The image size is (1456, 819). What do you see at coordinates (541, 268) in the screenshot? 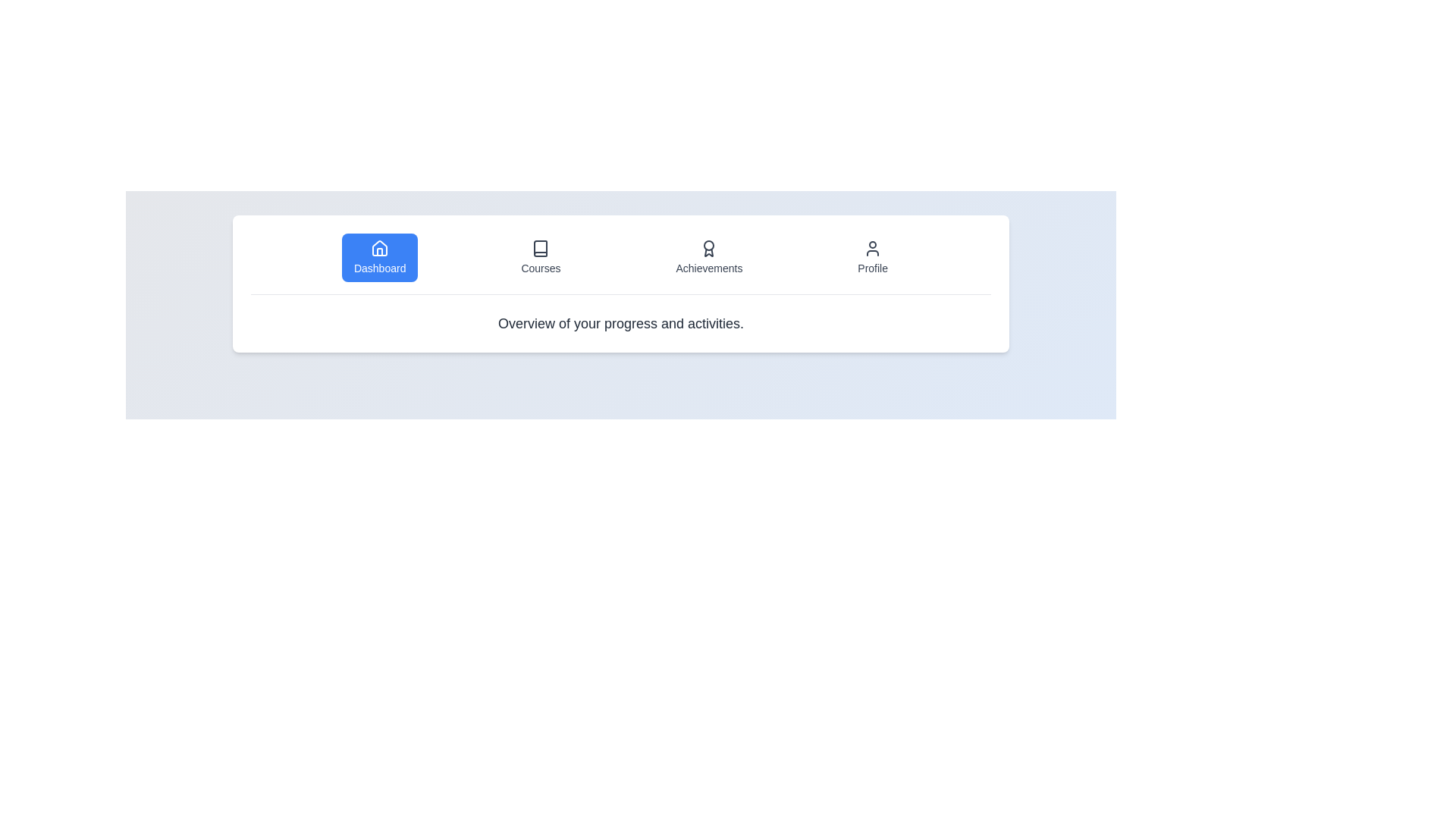
I see `text label displaying the word 'Courses', which is styled in gray and positioned beneath a book icon in the navigation bar` at bounding box center [541, 268].